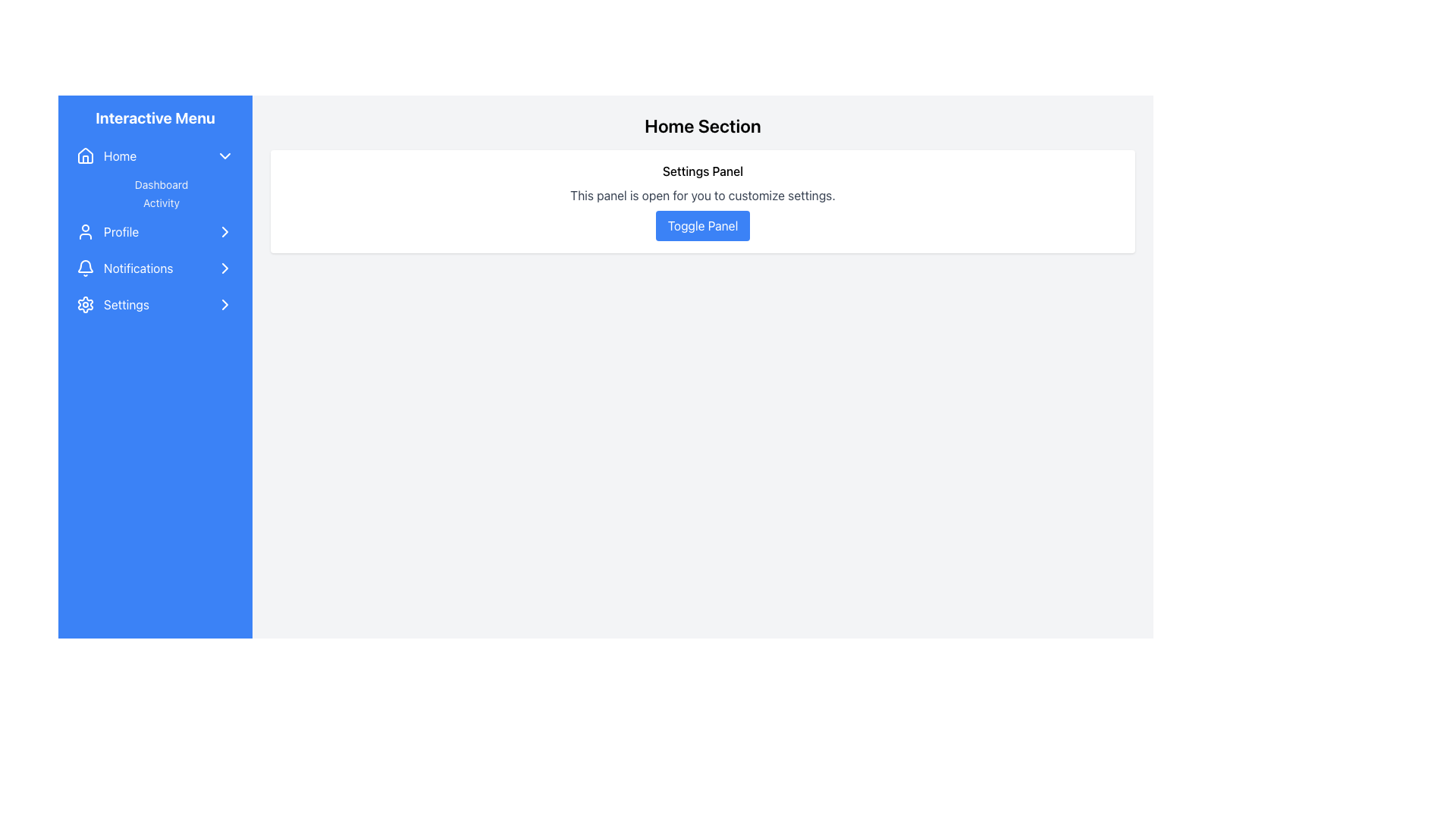 Image resolution: width=1456 pixels, height=819 pixels. I want to click on the 'Home' text label which is styled with white text on a blue background, located in the sidebar near the top adjacent to a house-shaped icon, so click(119, 155).